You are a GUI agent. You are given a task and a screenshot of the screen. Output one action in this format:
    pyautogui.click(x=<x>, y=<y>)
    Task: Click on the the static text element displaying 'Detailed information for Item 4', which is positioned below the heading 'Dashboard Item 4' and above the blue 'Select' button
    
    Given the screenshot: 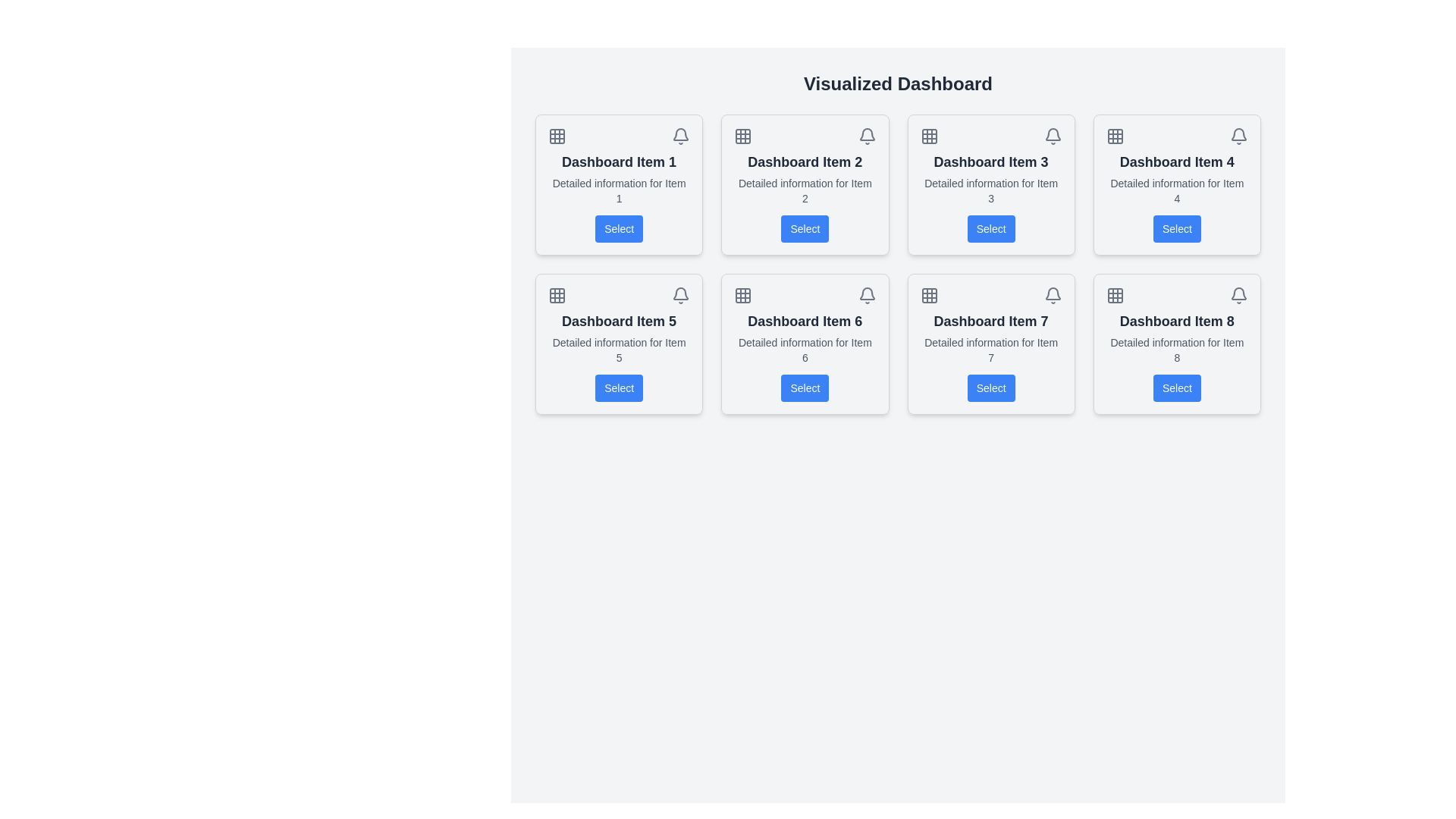 What is the action you would take?
    pyautogui.click(x=1176, y=190)
    